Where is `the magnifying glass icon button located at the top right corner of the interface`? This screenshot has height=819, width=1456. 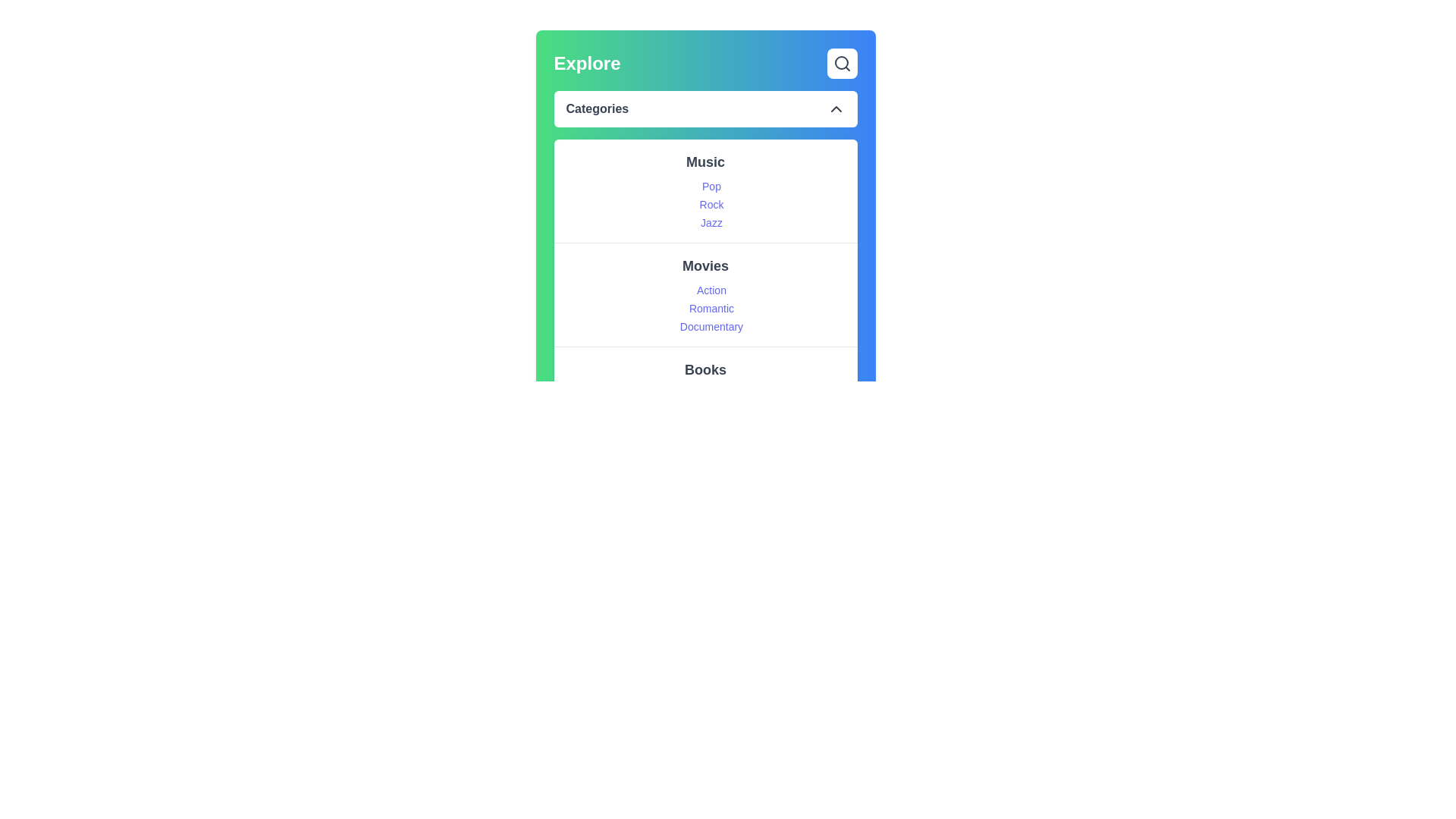
the magnifying glass icon button located at the top right corner of the interface is located at coordinates (841, 63).